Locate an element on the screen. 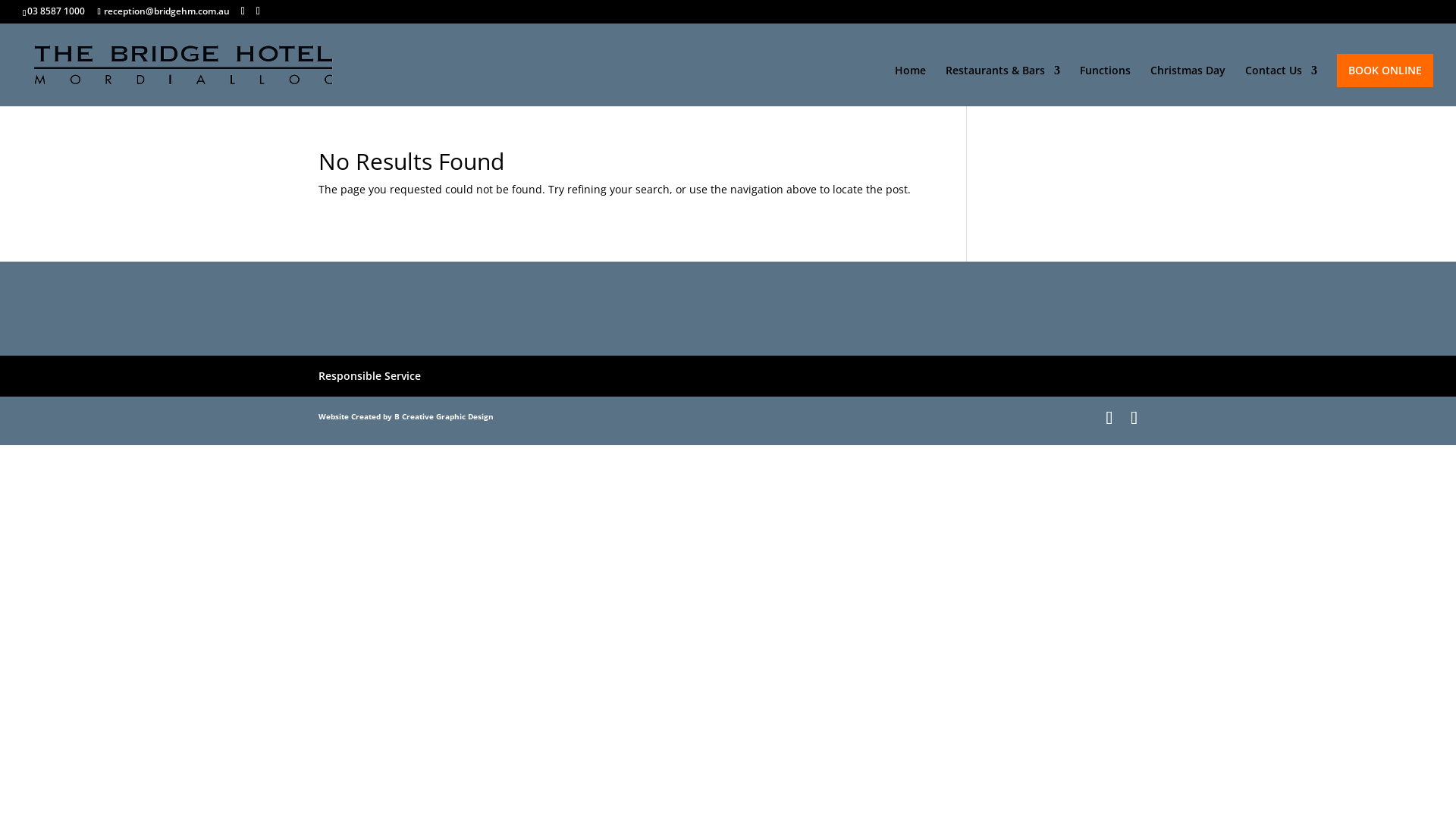 The image size is (1456, 819). 'BOOK ONLINE' is located at coordinates (1385, 70).